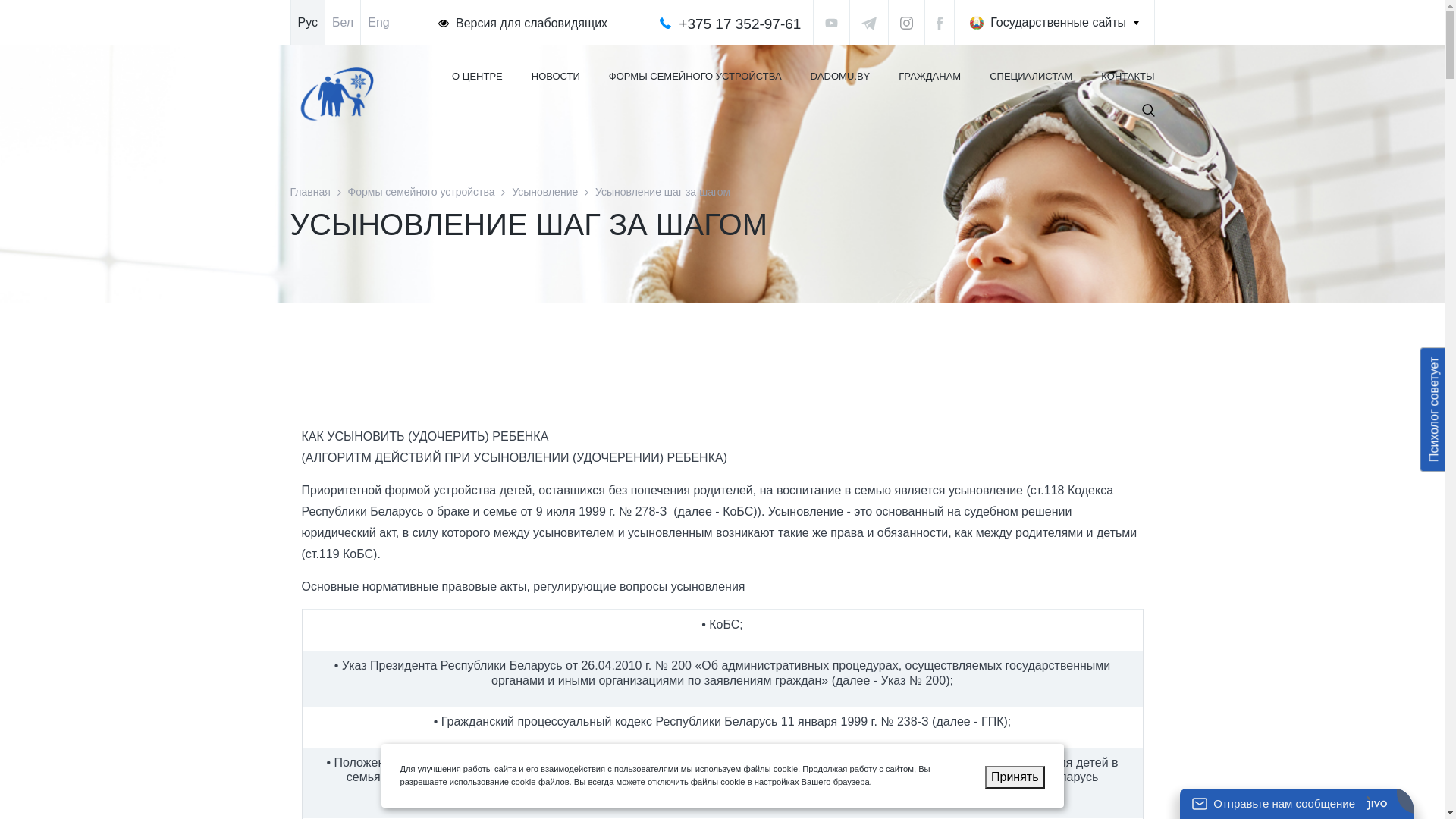 The image size is (1456, 819). I want to click on 'Eng', so click(378, 23).